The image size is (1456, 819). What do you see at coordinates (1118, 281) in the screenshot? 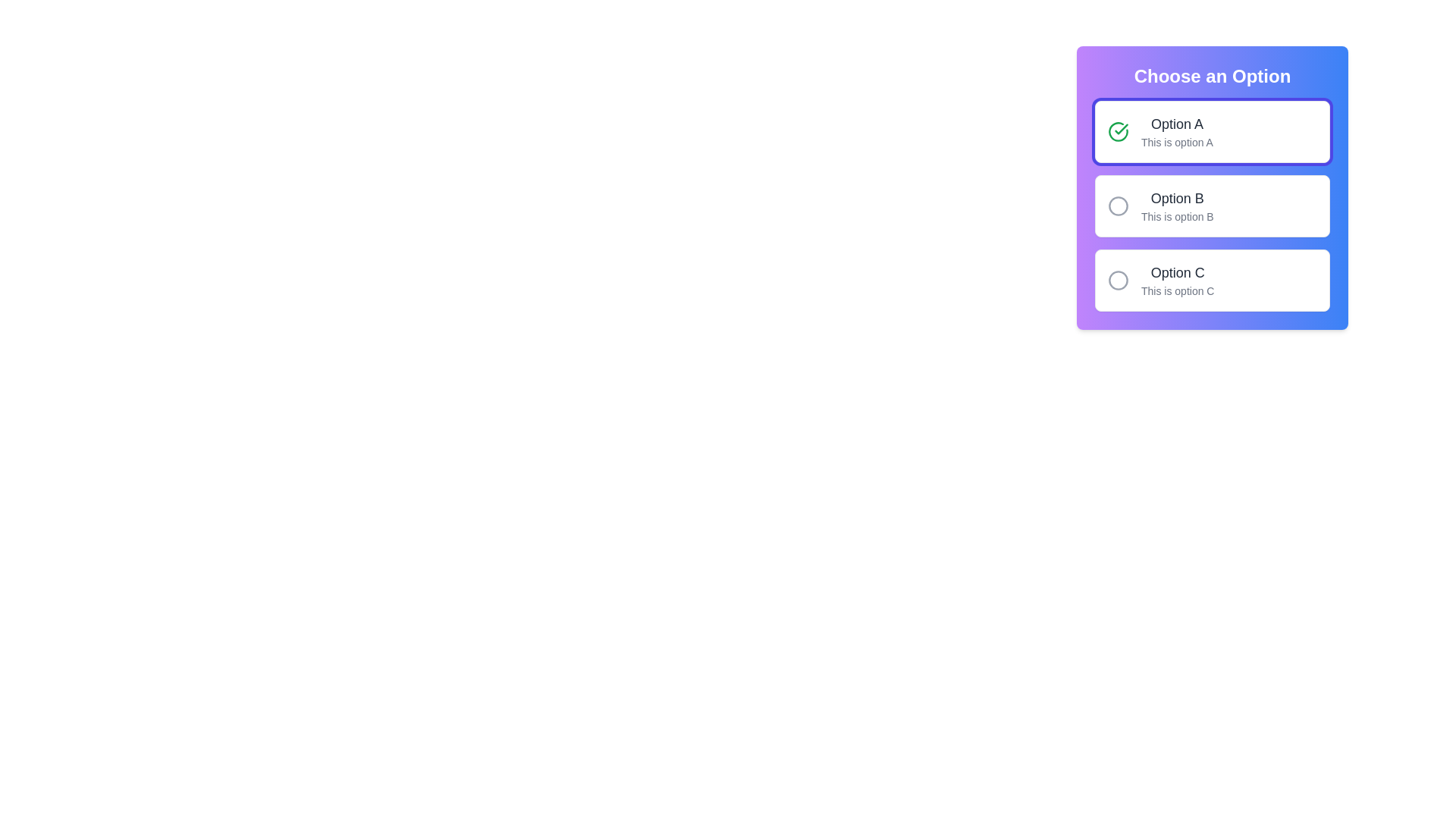
I see `the circular icon representing the selection status of 'Option C' in the vertical list of options` at bounding box center [1118, 281].